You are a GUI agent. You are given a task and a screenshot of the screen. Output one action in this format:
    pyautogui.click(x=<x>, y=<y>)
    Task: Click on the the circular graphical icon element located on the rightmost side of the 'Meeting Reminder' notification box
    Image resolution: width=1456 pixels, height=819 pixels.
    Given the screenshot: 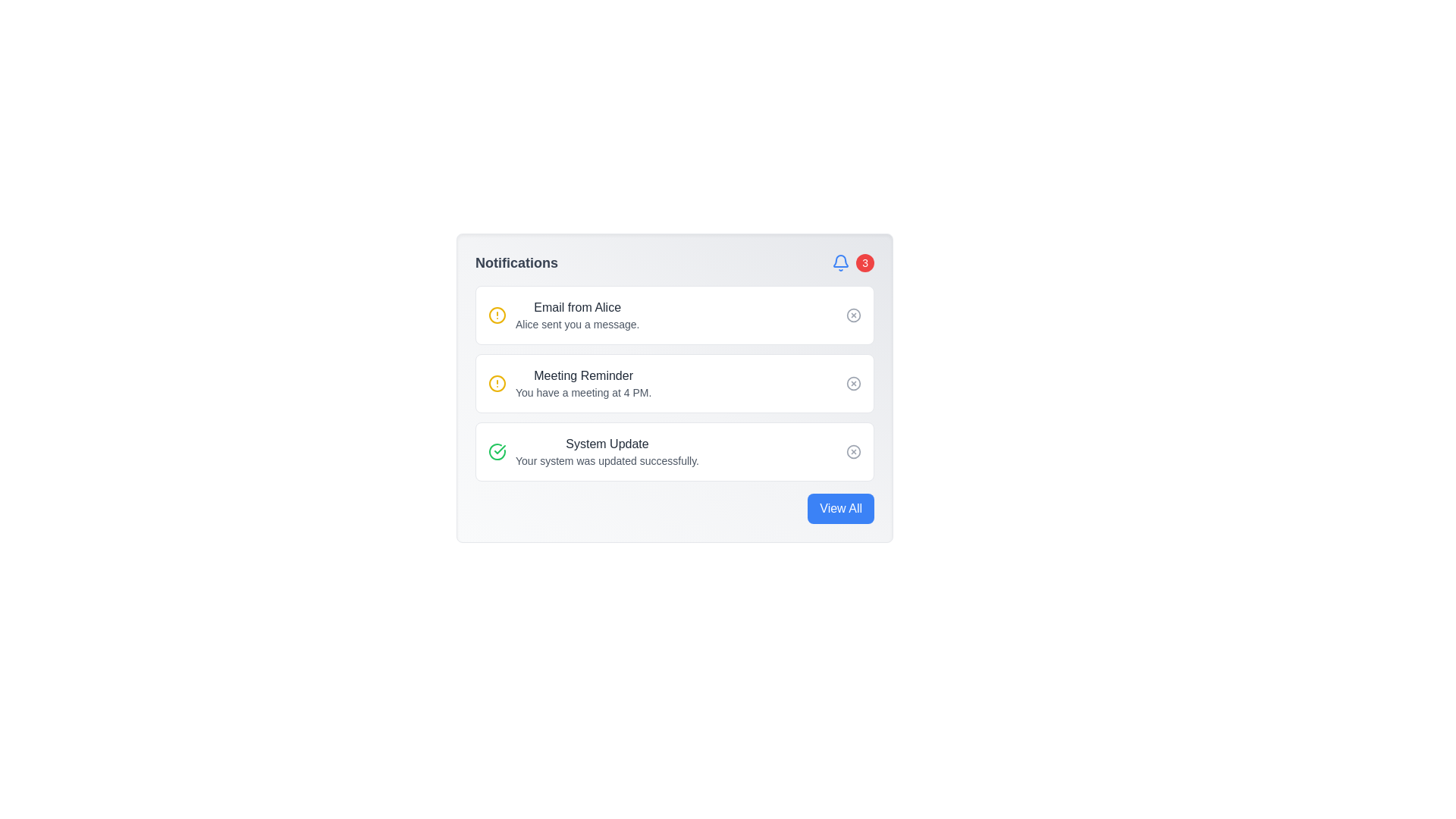 What is the action you would take?
    pyautogui.click(x=854, y=382)
    